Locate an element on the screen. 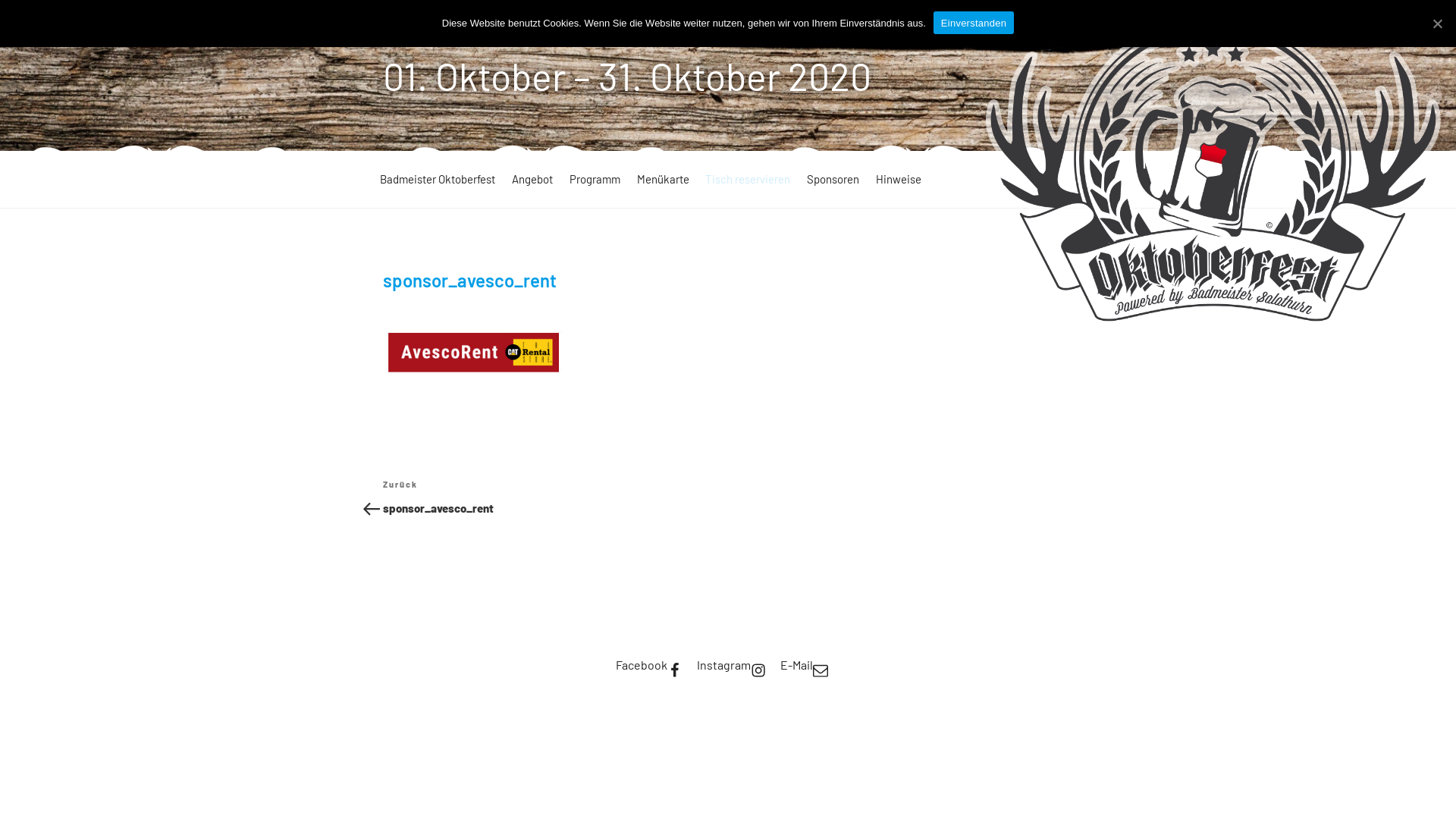 This screenshot has height=819, width=1456. 'Zum Inhalt springen' is located at coordinates (0, 0).